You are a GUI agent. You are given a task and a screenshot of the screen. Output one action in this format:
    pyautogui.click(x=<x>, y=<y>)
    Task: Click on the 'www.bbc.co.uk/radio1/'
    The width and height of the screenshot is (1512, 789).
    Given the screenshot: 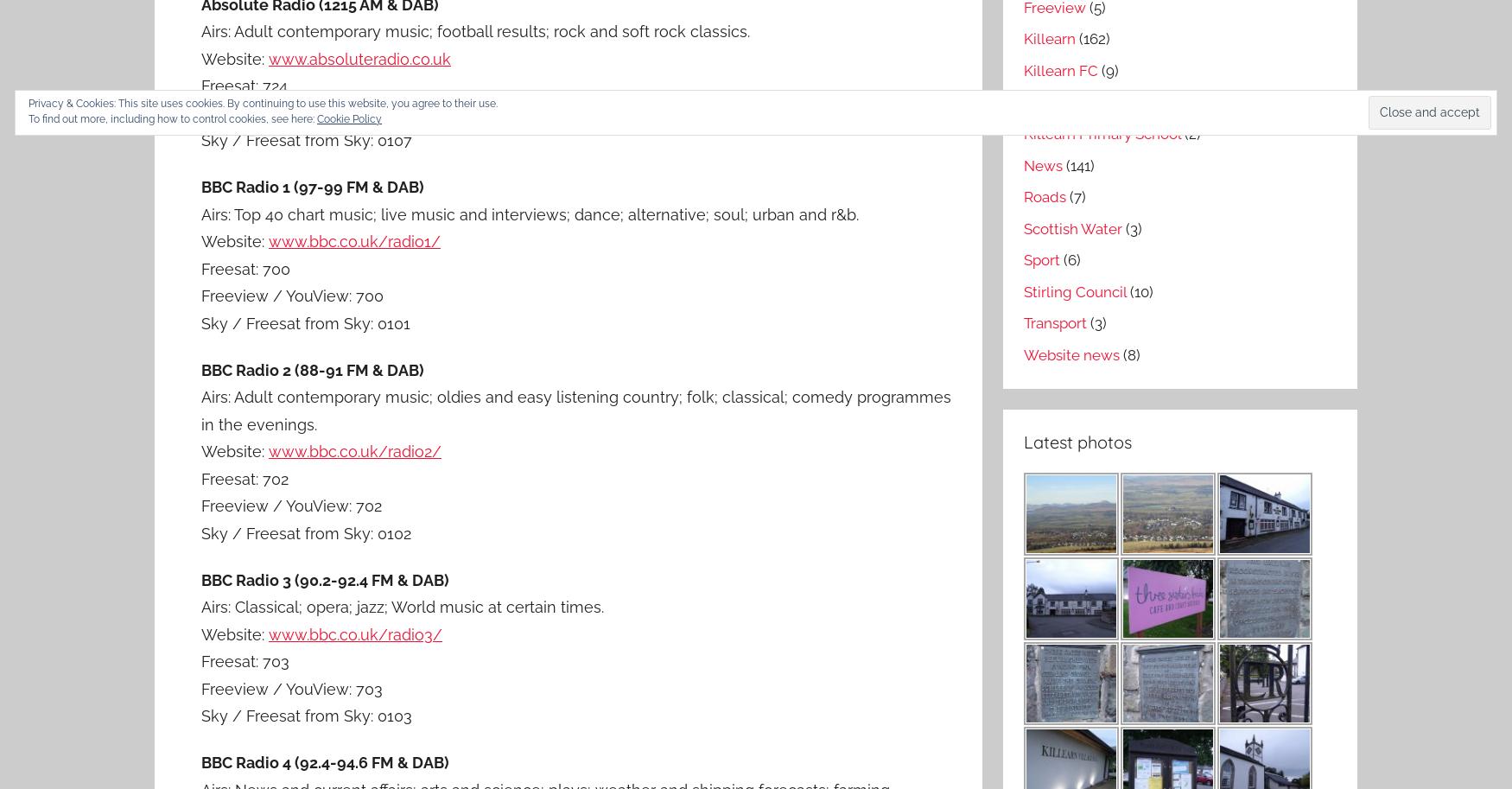 What is the action you would take?
    pyautogui.click(x=353, y=241)
    